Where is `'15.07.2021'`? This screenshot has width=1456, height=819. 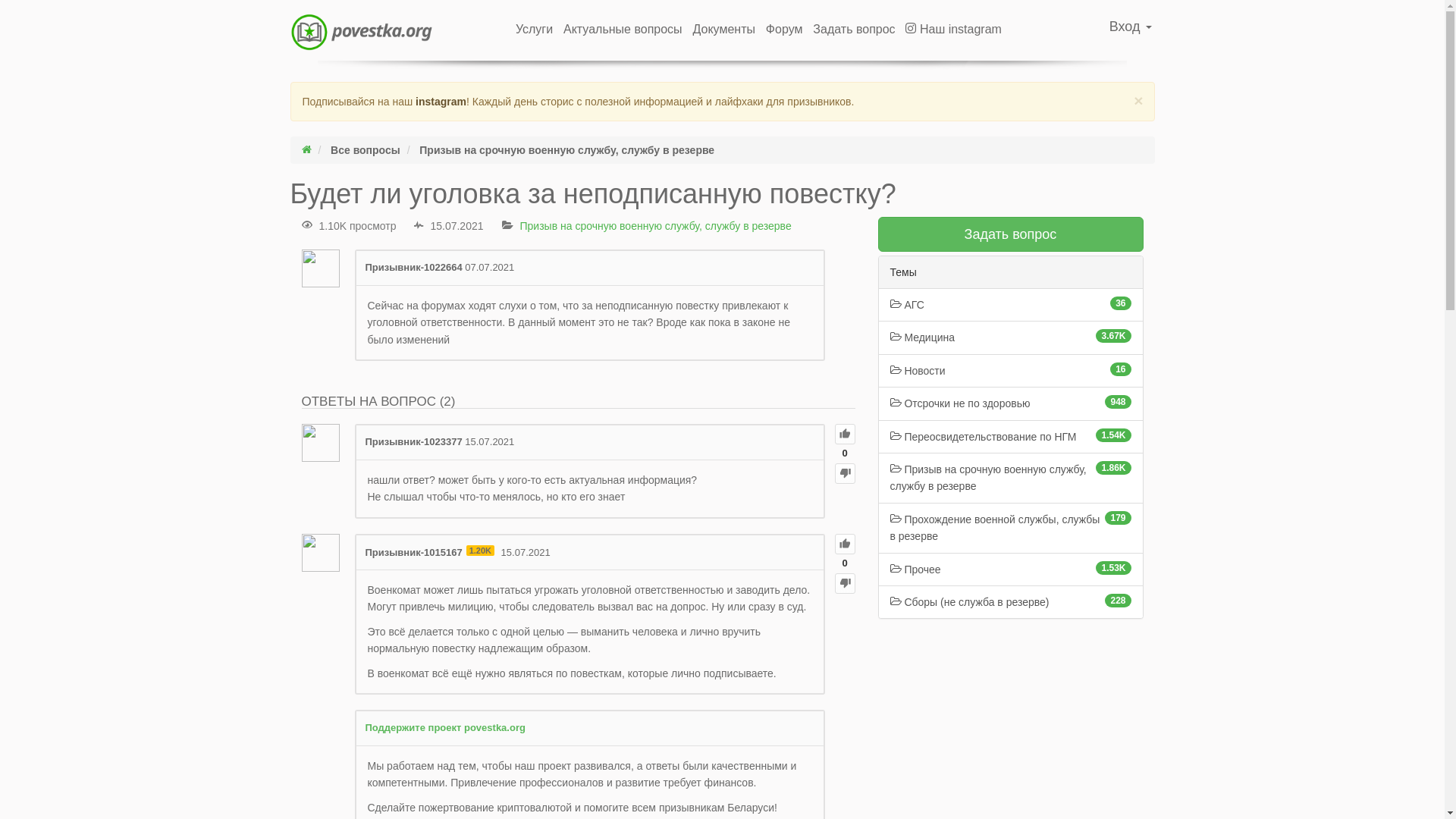
'15.07.2021' is located at coordinates (501, 551).